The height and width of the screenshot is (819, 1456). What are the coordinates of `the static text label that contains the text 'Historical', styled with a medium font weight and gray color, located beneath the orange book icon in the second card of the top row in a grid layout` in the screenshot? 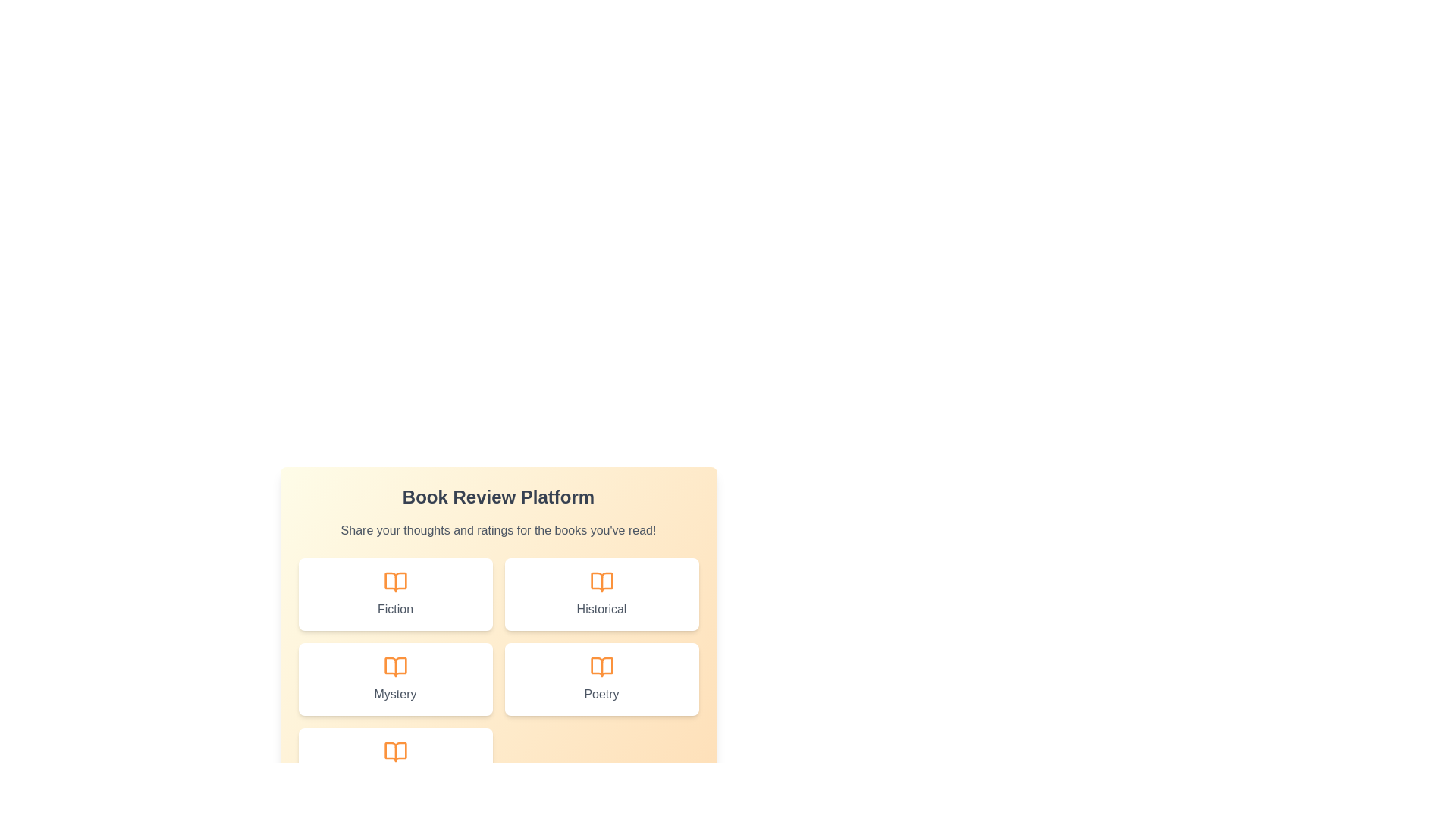 It's located at (601, 608).